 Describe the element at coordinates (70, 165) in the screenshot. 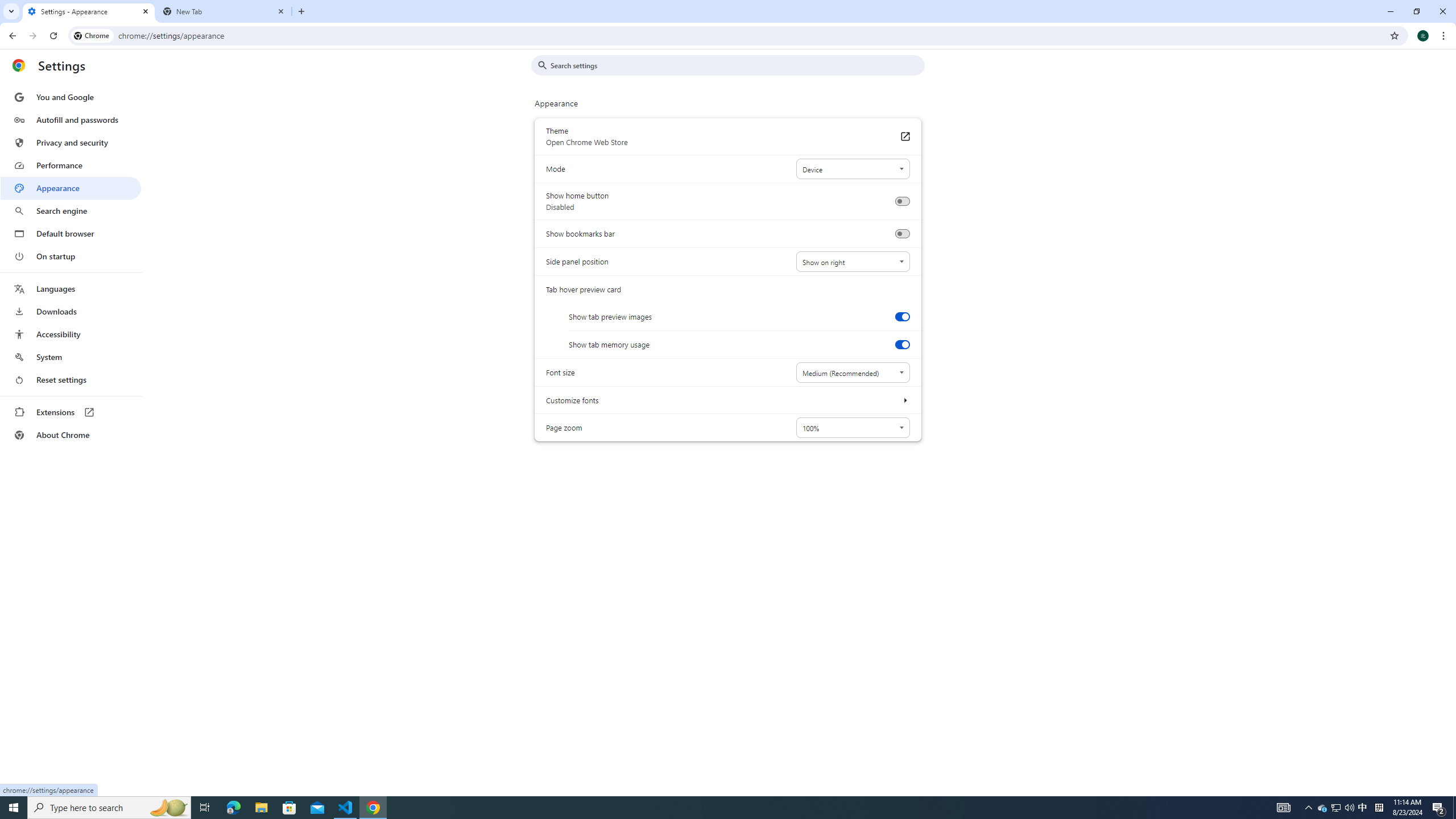

I see `'Performance'` at that location.